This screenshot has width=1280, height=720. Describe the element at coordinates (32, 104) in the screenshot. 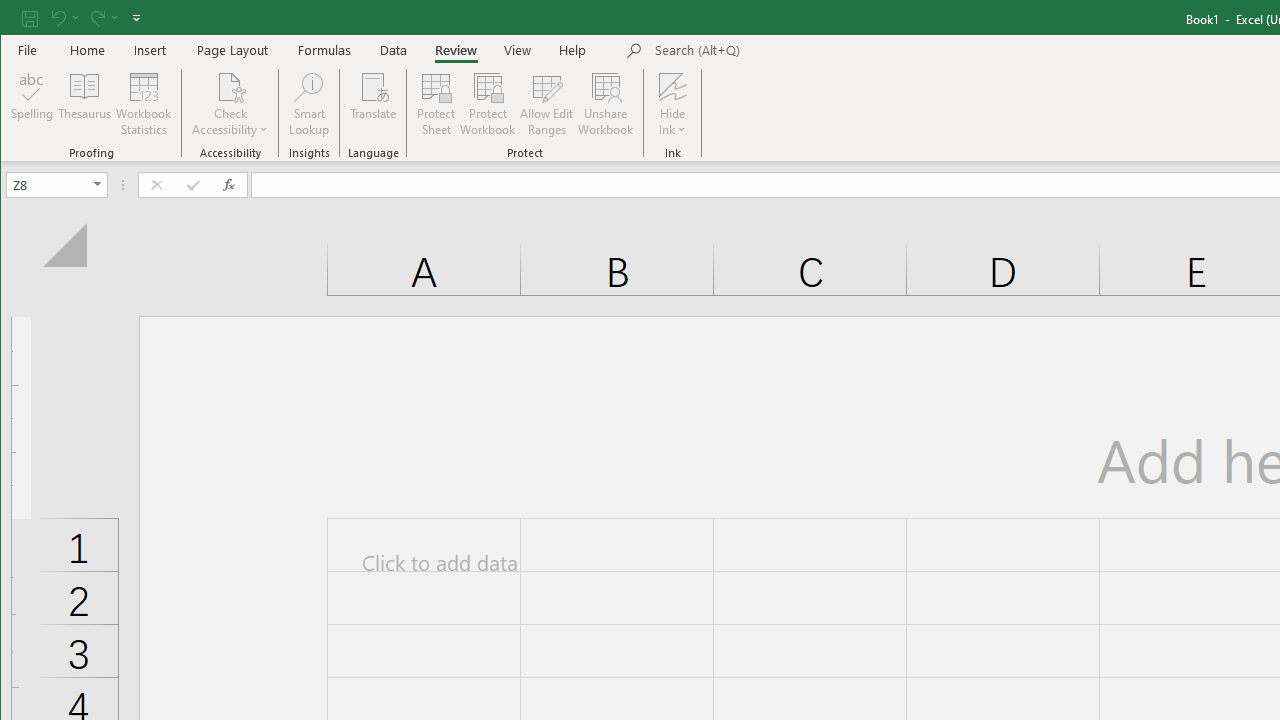

I see `'Spelling...'` at that location.